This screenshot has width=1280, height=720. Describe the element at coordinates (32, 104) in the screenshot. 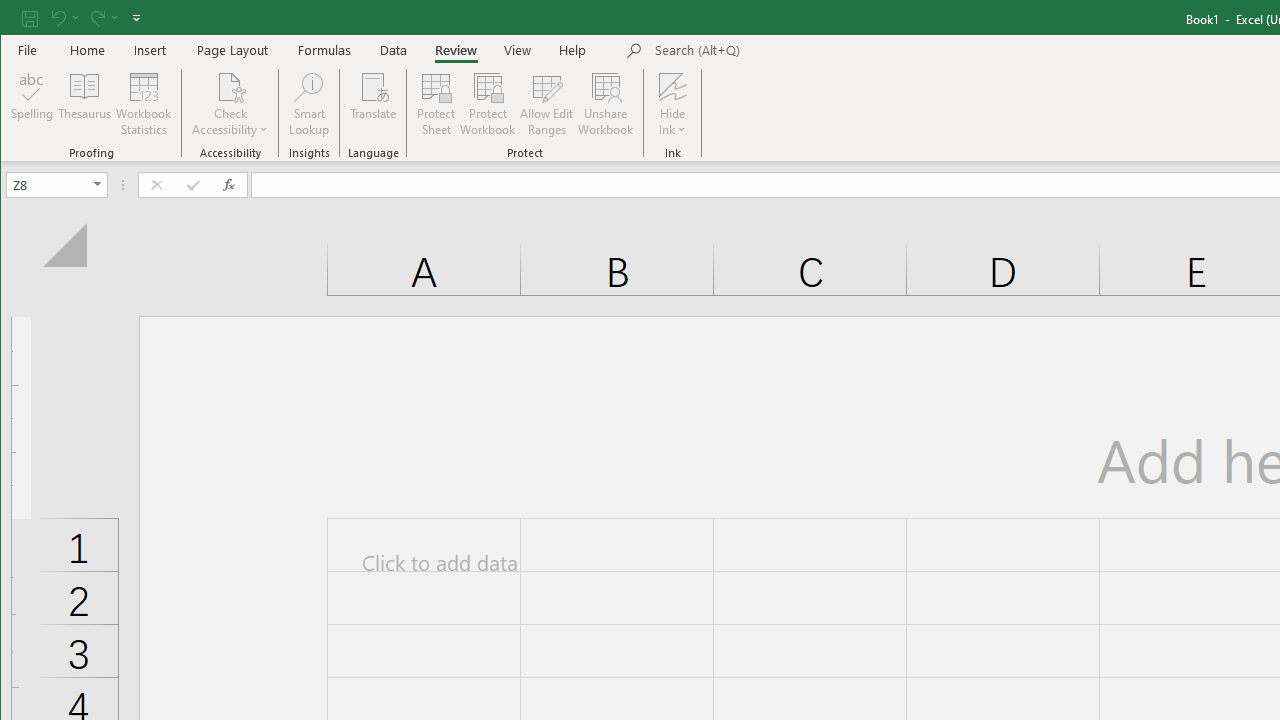

I see `'Spelling...'` at that location.